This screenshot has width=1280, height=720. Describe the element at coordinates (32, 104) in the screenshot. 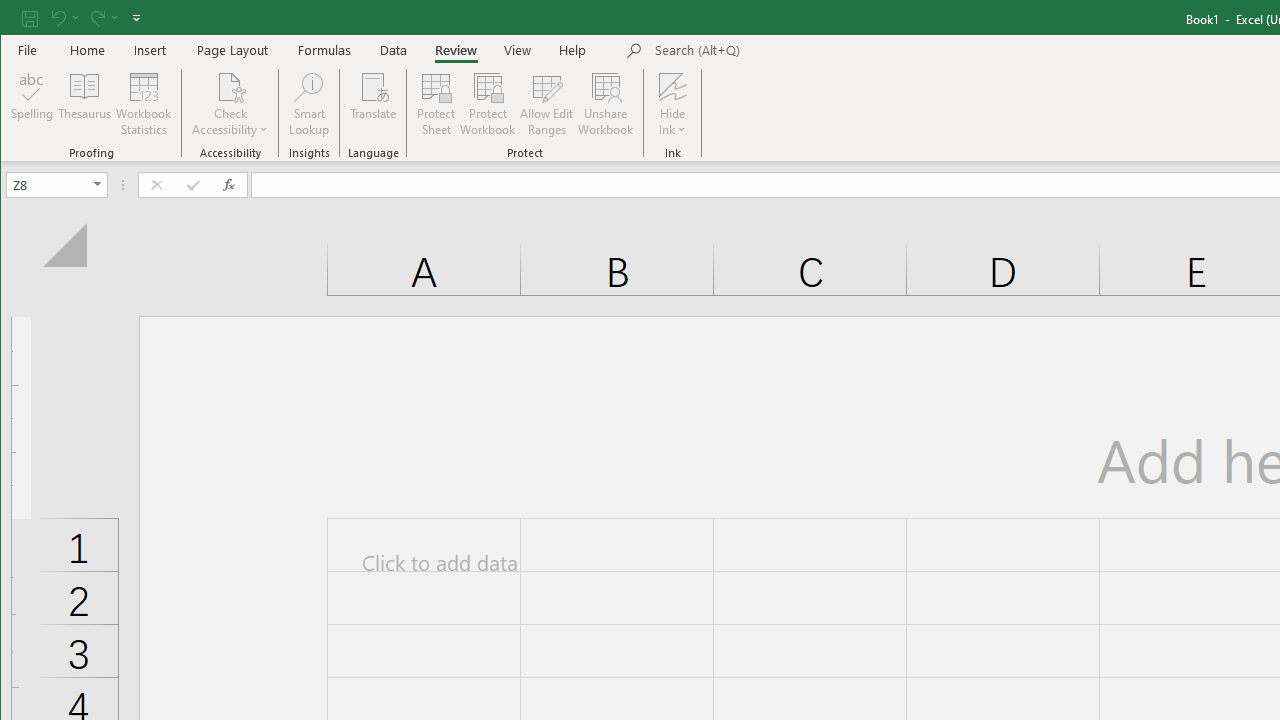

I see `'Spelling...'` at that location.